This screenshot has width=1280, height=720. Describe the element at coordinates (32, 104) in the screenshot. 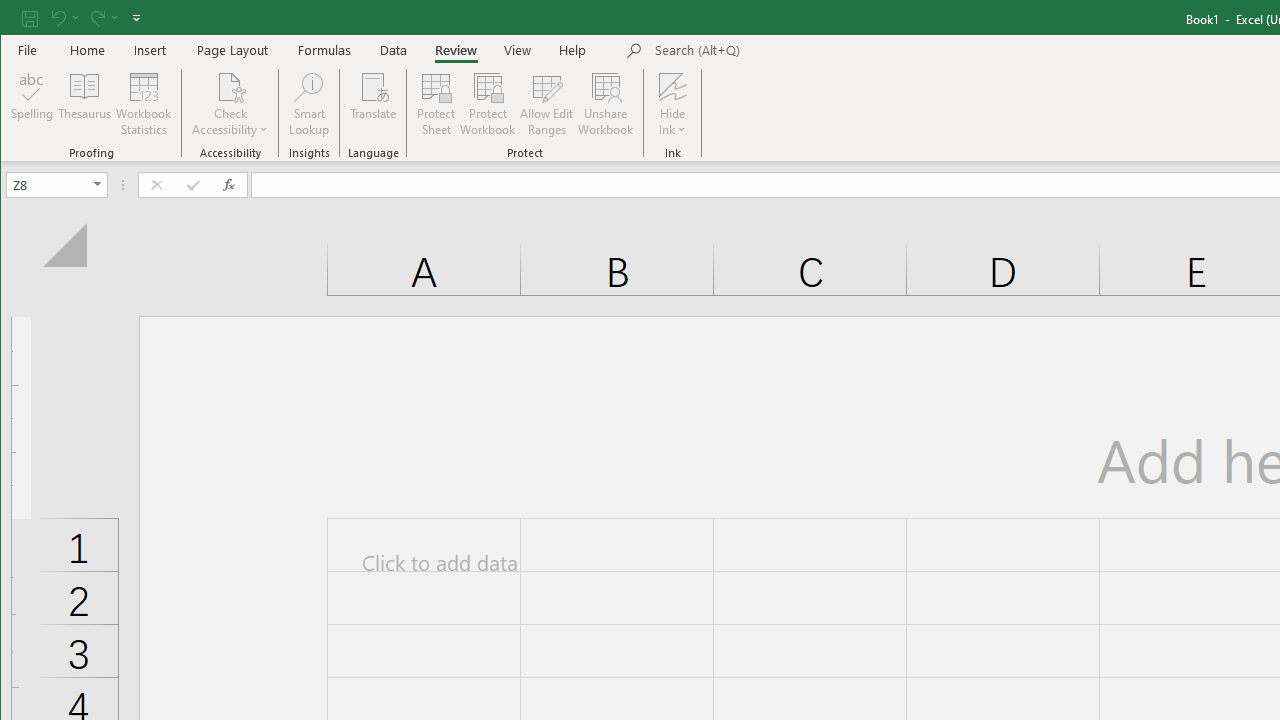

I see `'Spelling...'` at that location.